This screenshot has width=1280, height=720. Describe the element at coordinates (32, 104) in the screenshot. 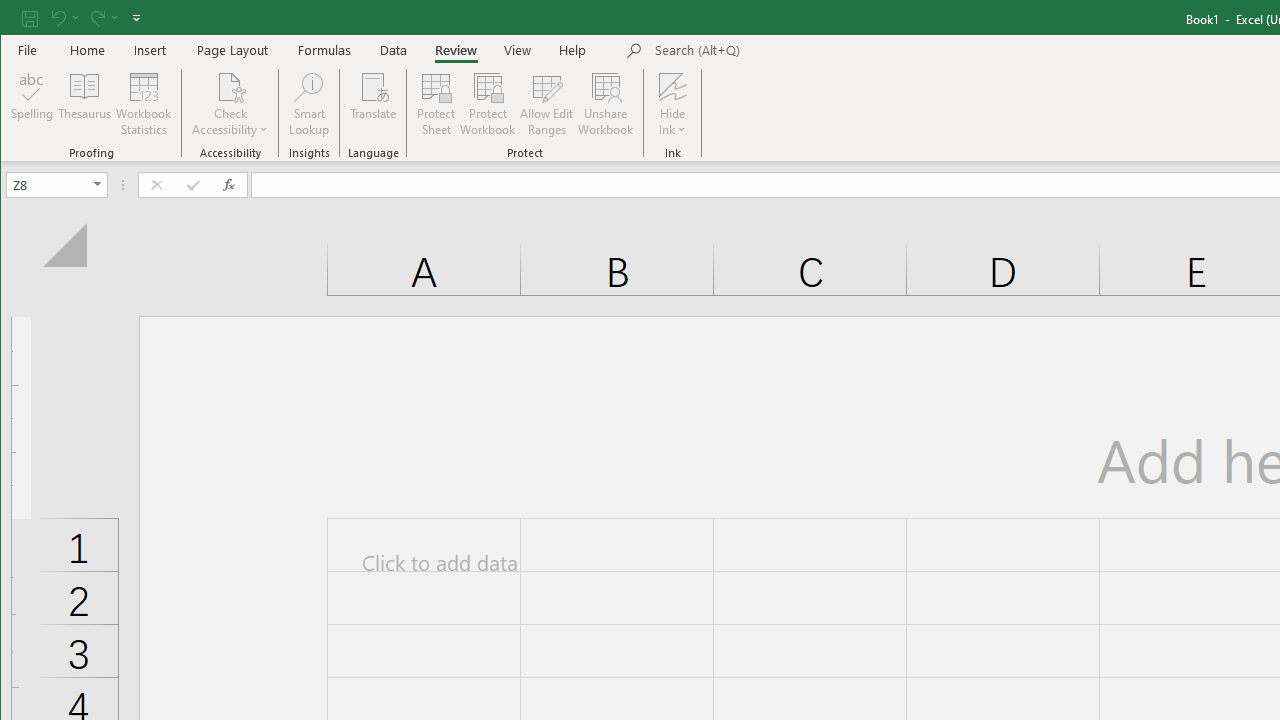

I see `'Spelling...'` at that location.